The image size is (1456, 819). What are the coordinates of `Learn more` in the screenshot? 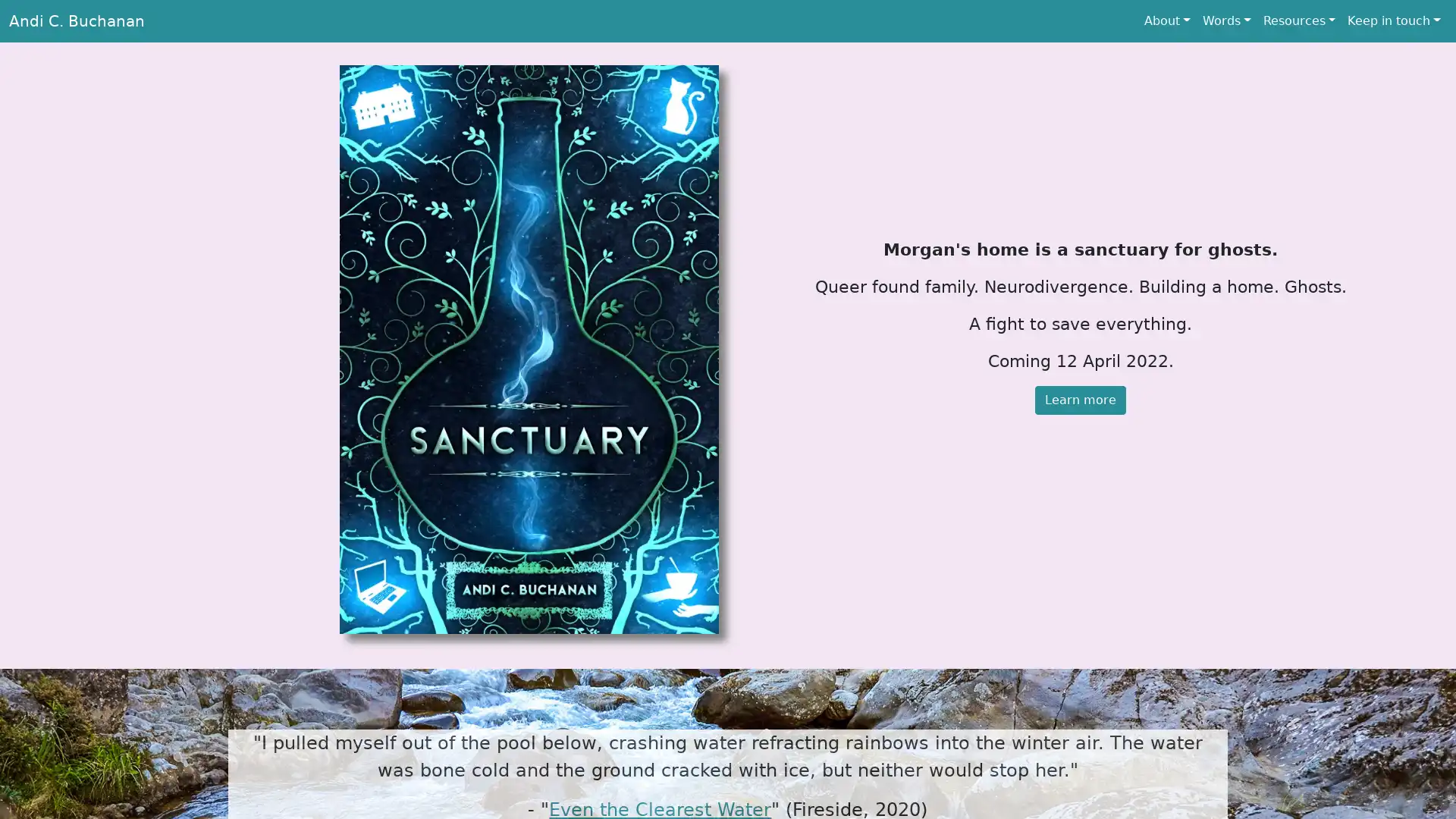 It's located at (1080, 399).